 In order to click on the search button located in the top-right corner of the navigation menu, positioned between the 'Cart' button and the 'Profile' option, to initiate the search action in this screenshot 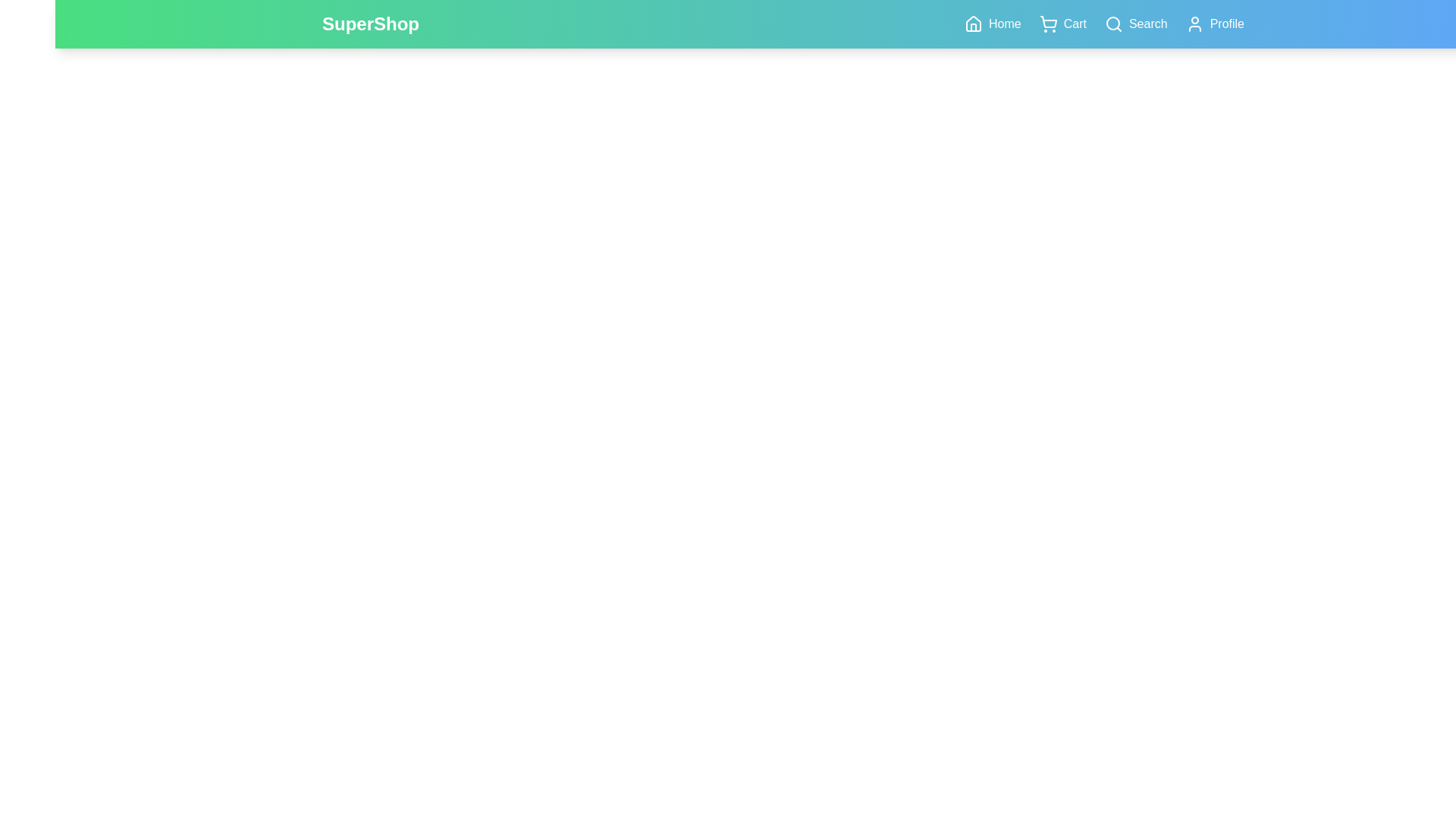, I will do `click(1135, 24)`.